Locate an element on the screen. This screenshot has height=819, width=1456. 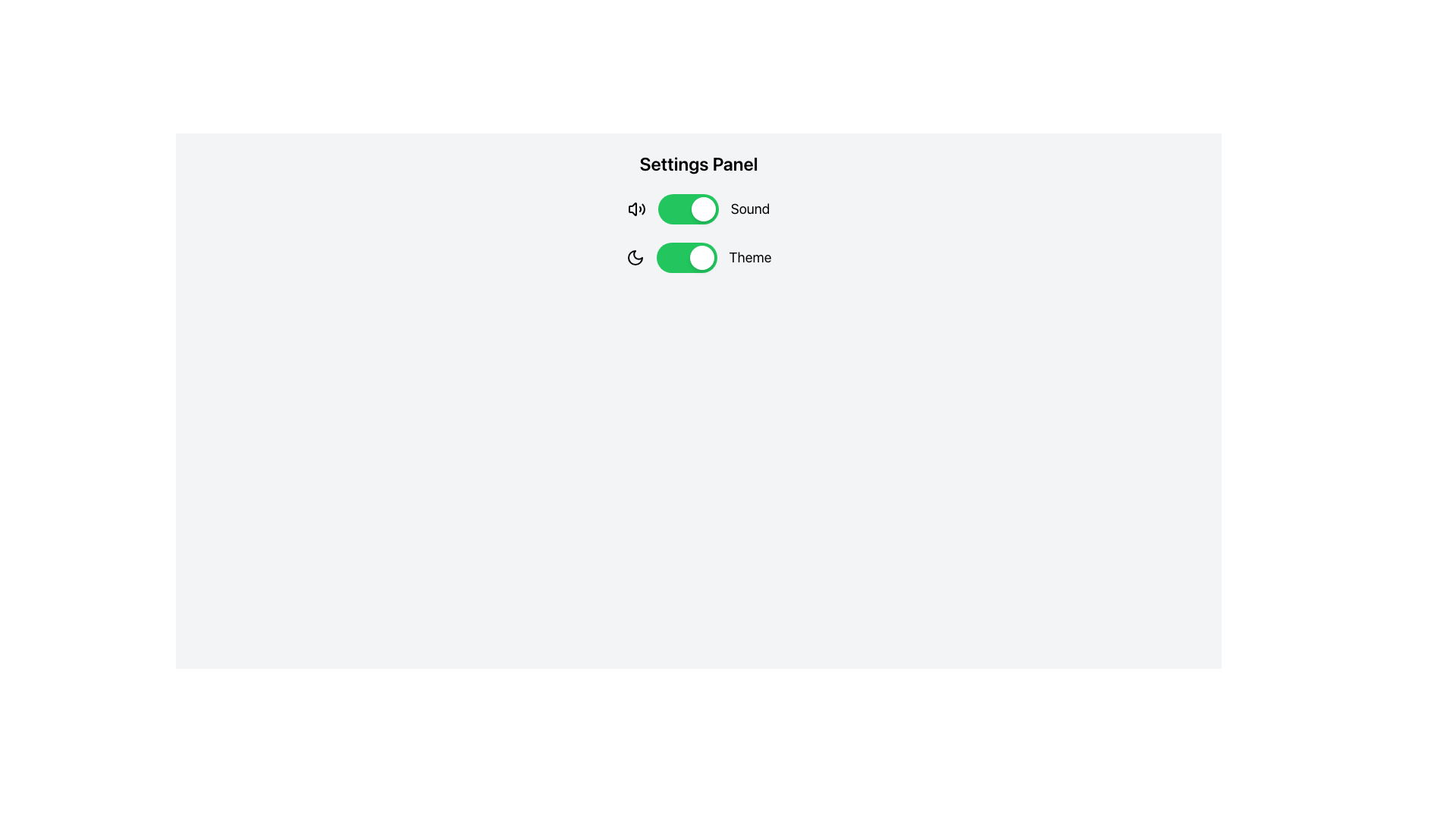
text of the 'Sound' label, which is a bold textual label located to the right of a toggle switch in the settings section is located at coordinates (750, 209).